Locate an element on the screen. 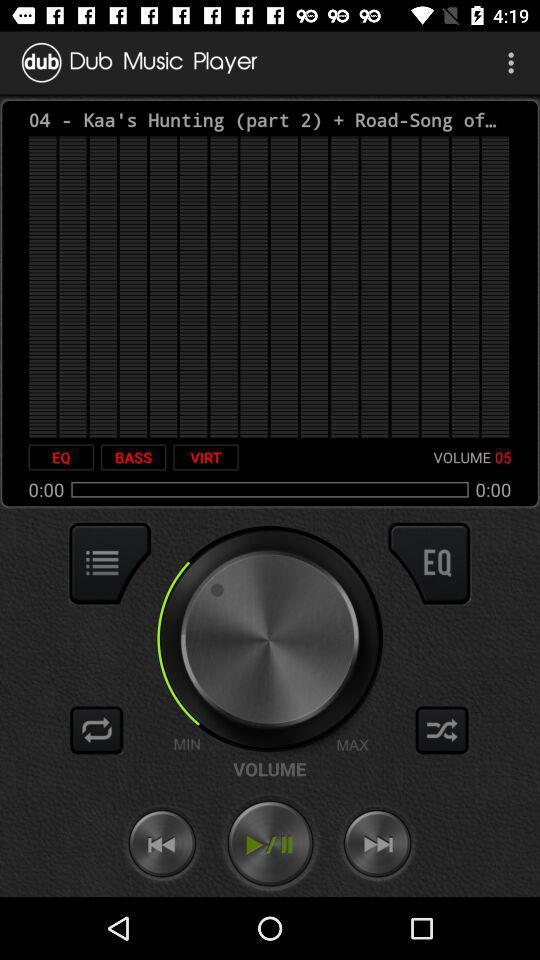 The image size is (540, 960). the button which is left side of the pause or play button is located at coordinates (161, 843).